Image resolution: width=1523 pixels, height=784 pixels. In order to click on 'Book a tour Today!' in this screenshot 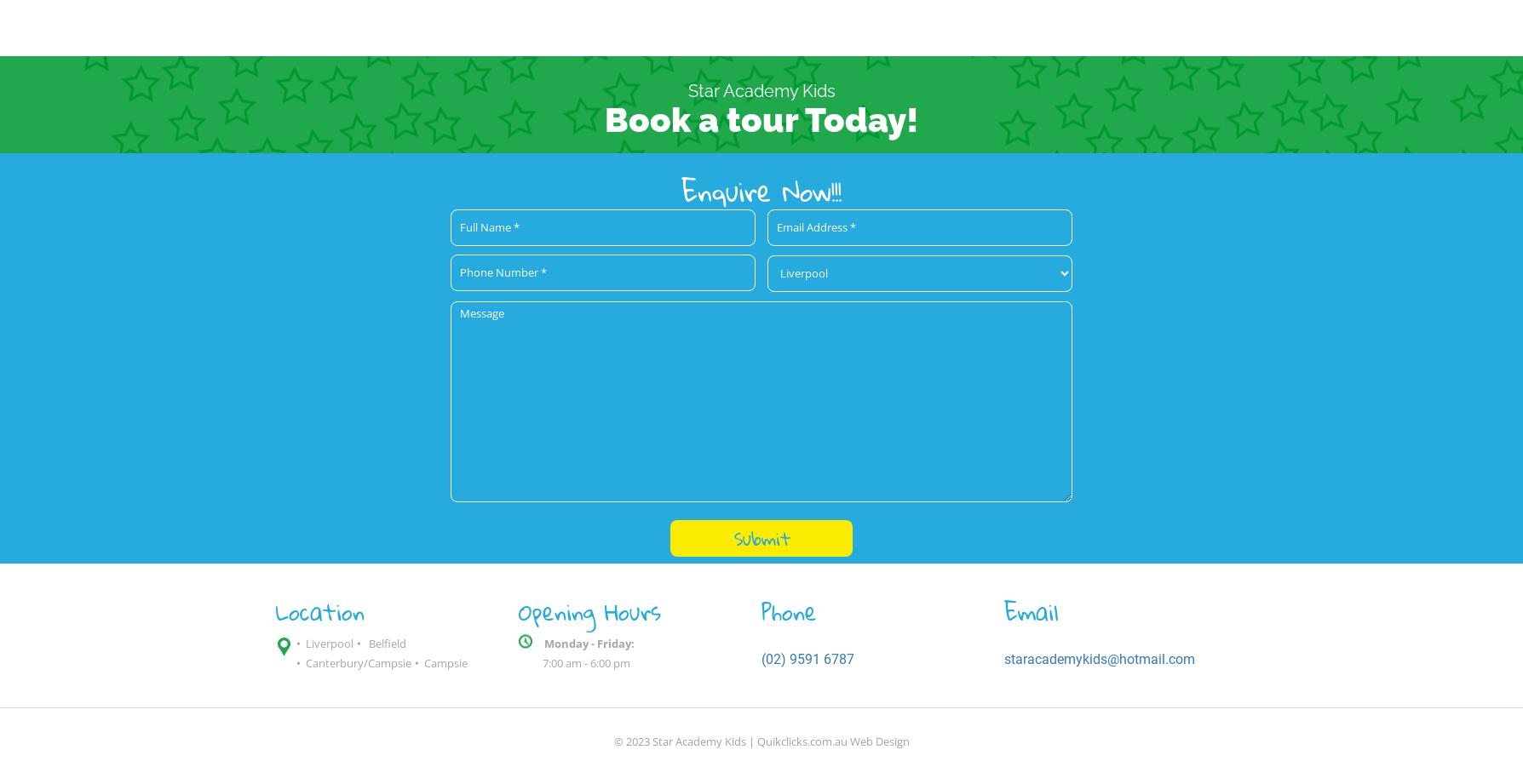, I will do `click(604, 118)`.